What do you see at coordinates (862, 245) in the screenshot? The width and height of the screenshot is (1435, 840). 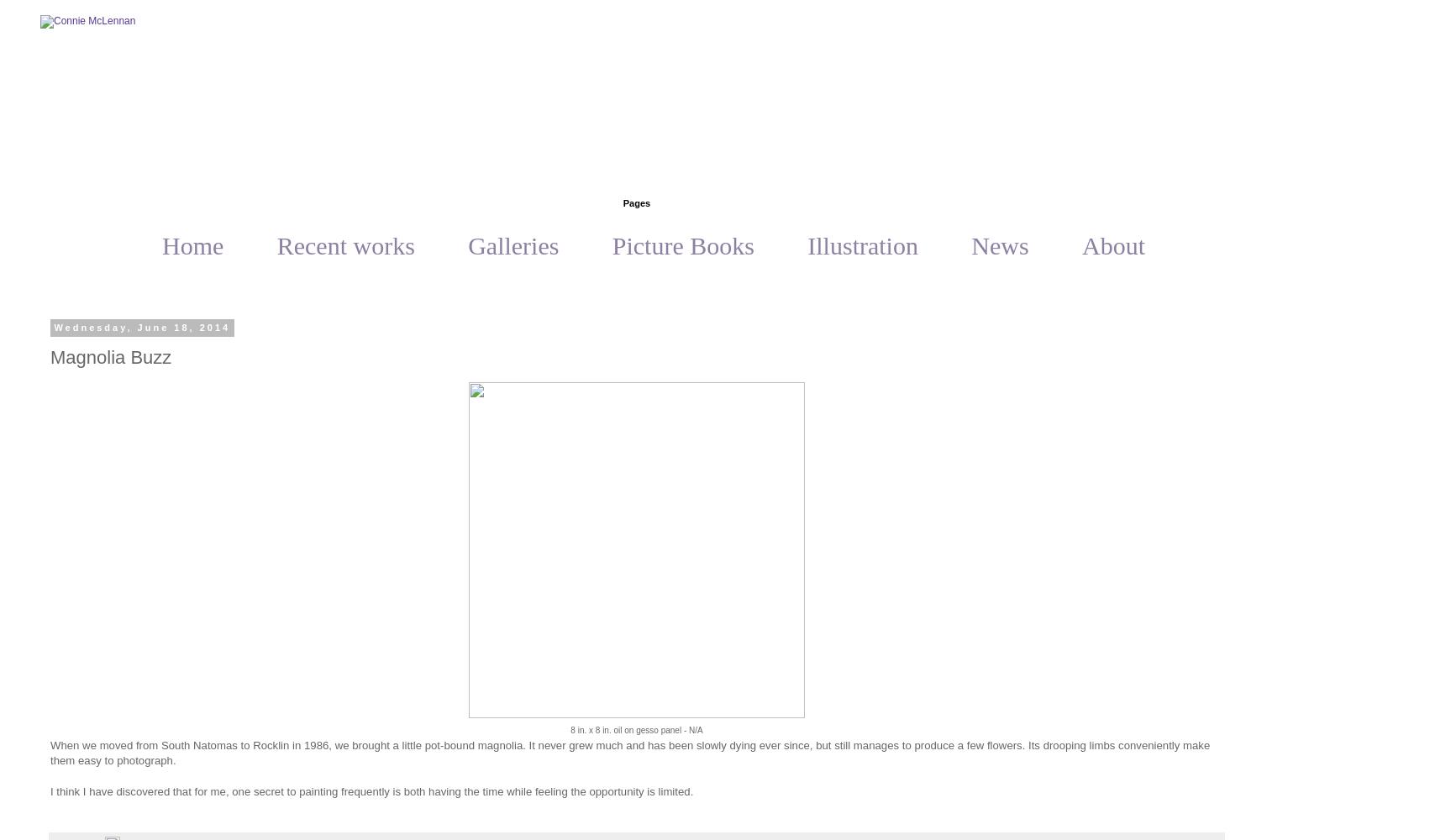 I see `'Illustration'` at bounding box center [862, 245].